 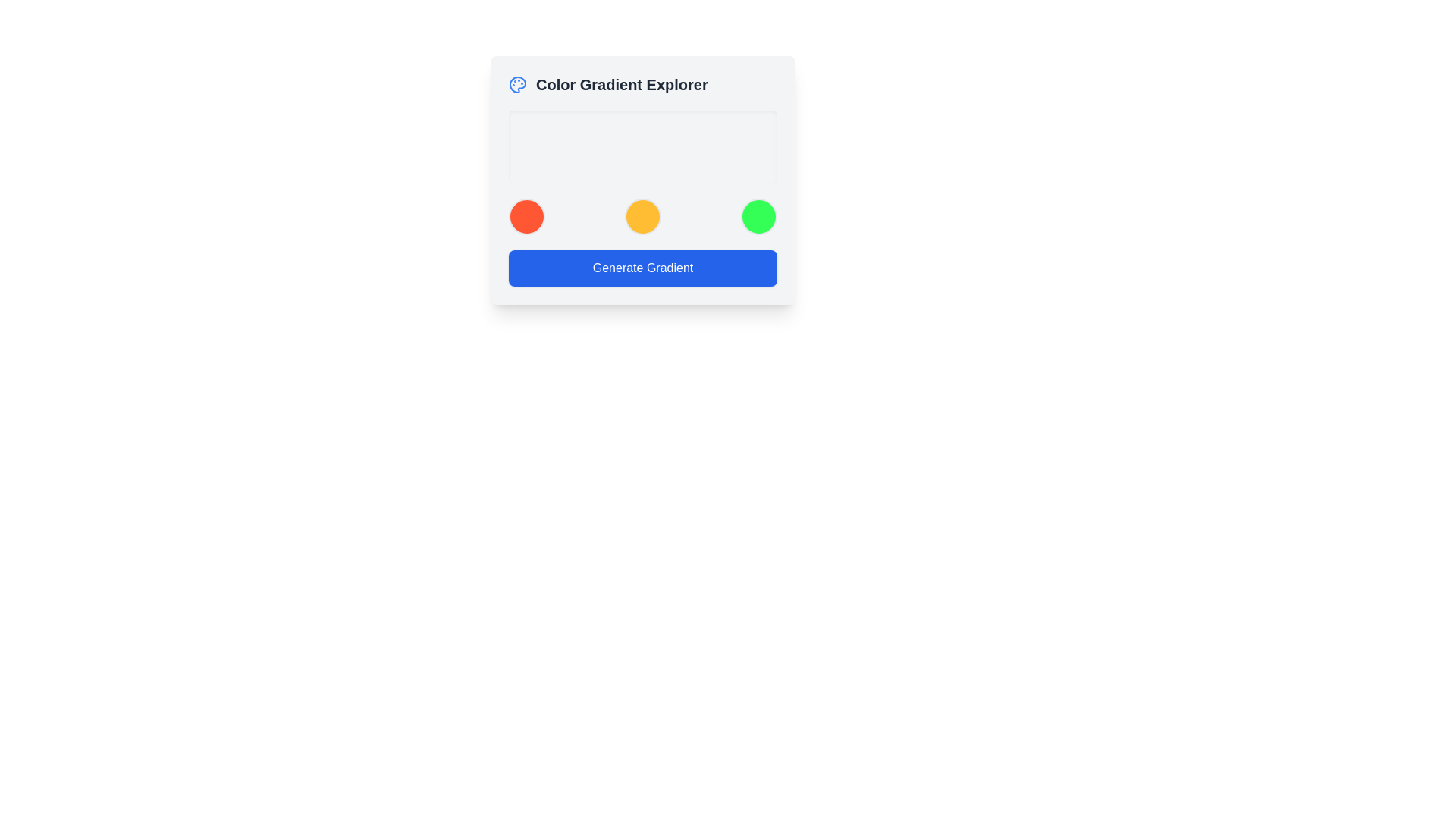 What do you see at coordinates (759, 216) in the screenshot?
I see `the rightmost circle in a horizontal arrangement of three circles, located directly above the blue 'Generate Gradient' button` at bounding box center [759, 216].